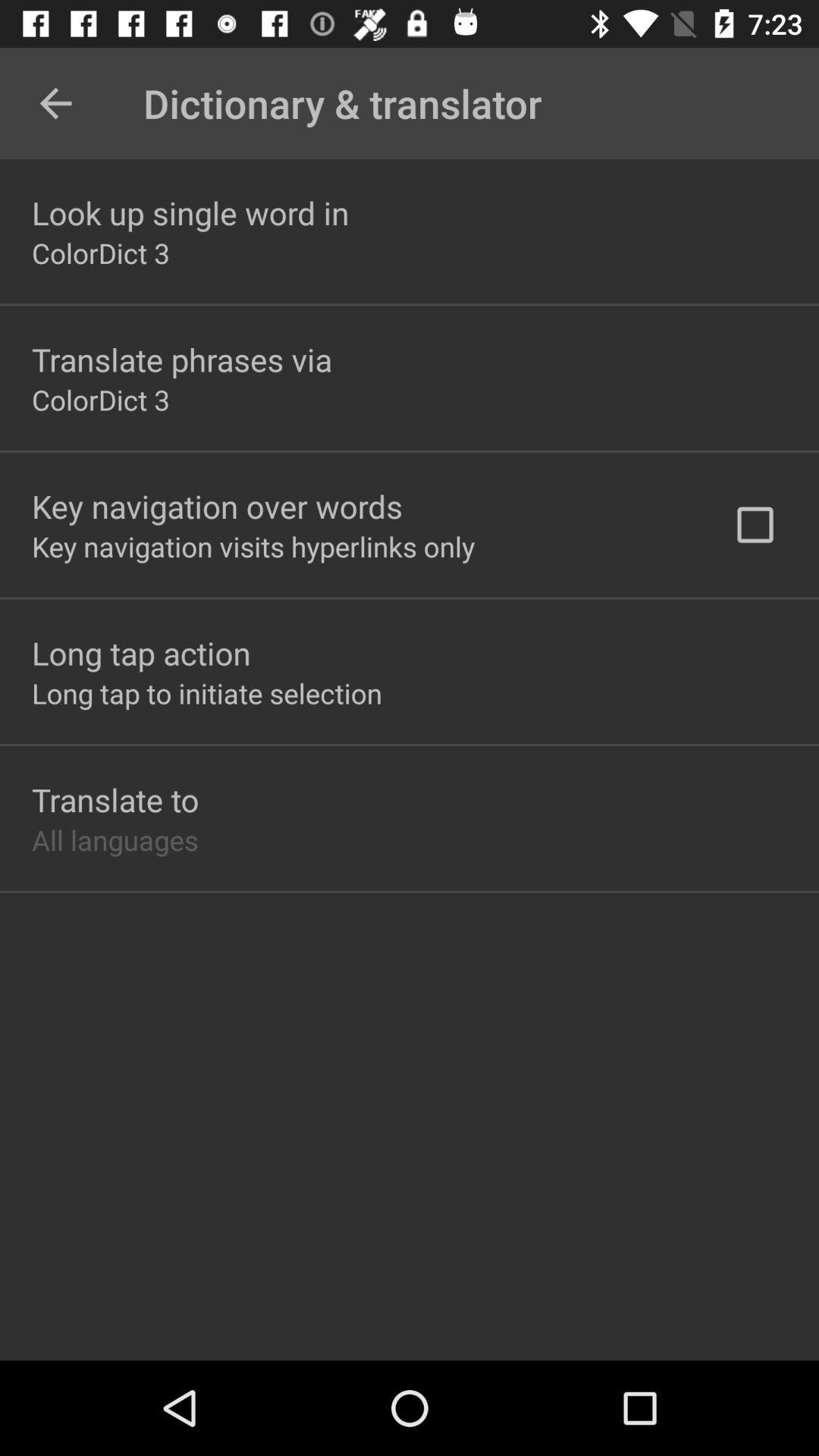 Image resolution: width=819 pixels, height=1456 pixels. Describe the element at coordinates (114, 839) in the screenshot. I see `the all languages item` at that location.